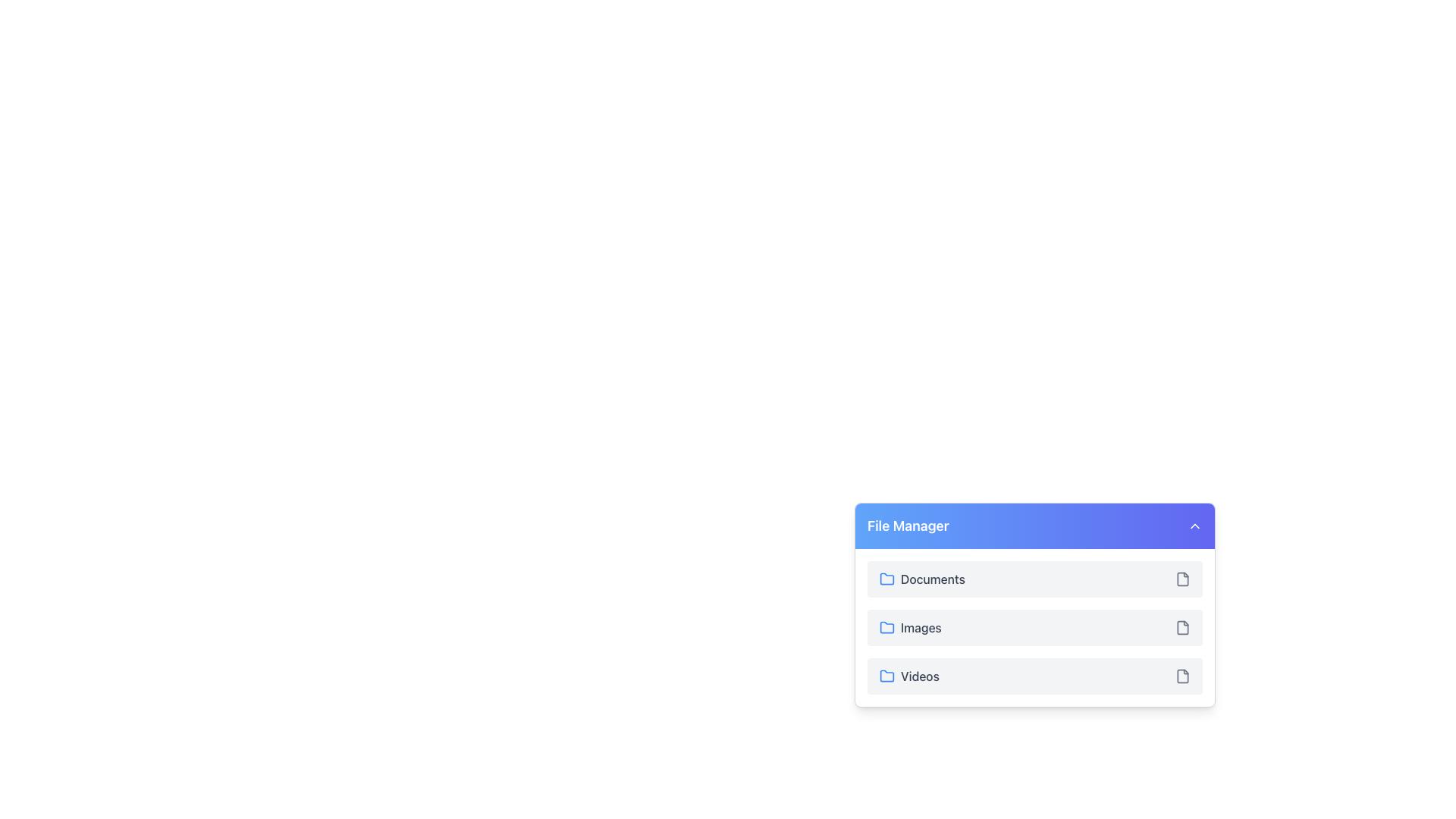  I want to click on the 'Documents' list item in the File Manager section, so click(1034, 579).